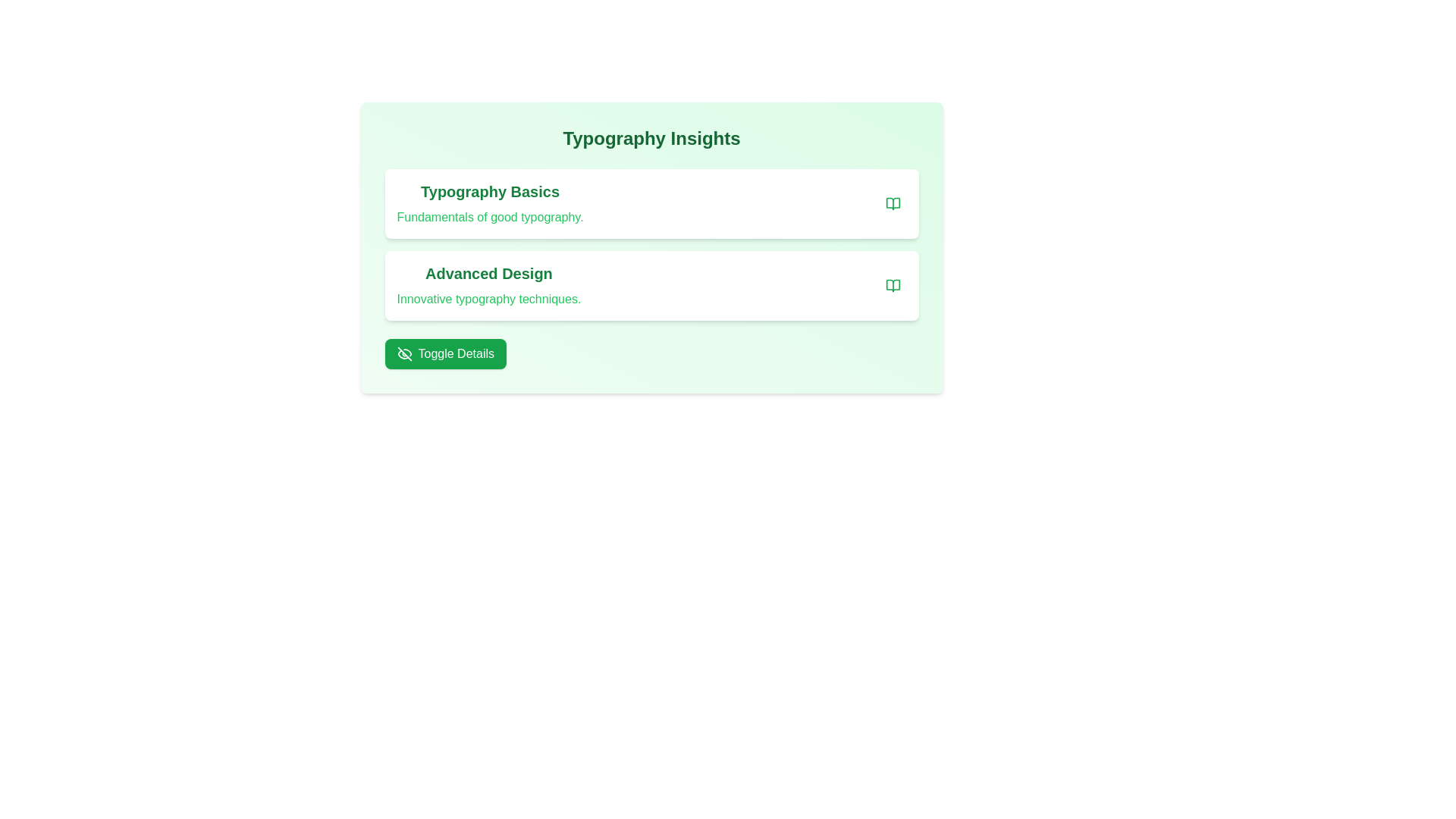 The width and height of the screenshot is (1456, 819). I want to click on text component displaying 'Fundamentals of good typography.' styled in green, located beneath the 'Typography Basics' heading in the first card of the list, so click(490, 217).